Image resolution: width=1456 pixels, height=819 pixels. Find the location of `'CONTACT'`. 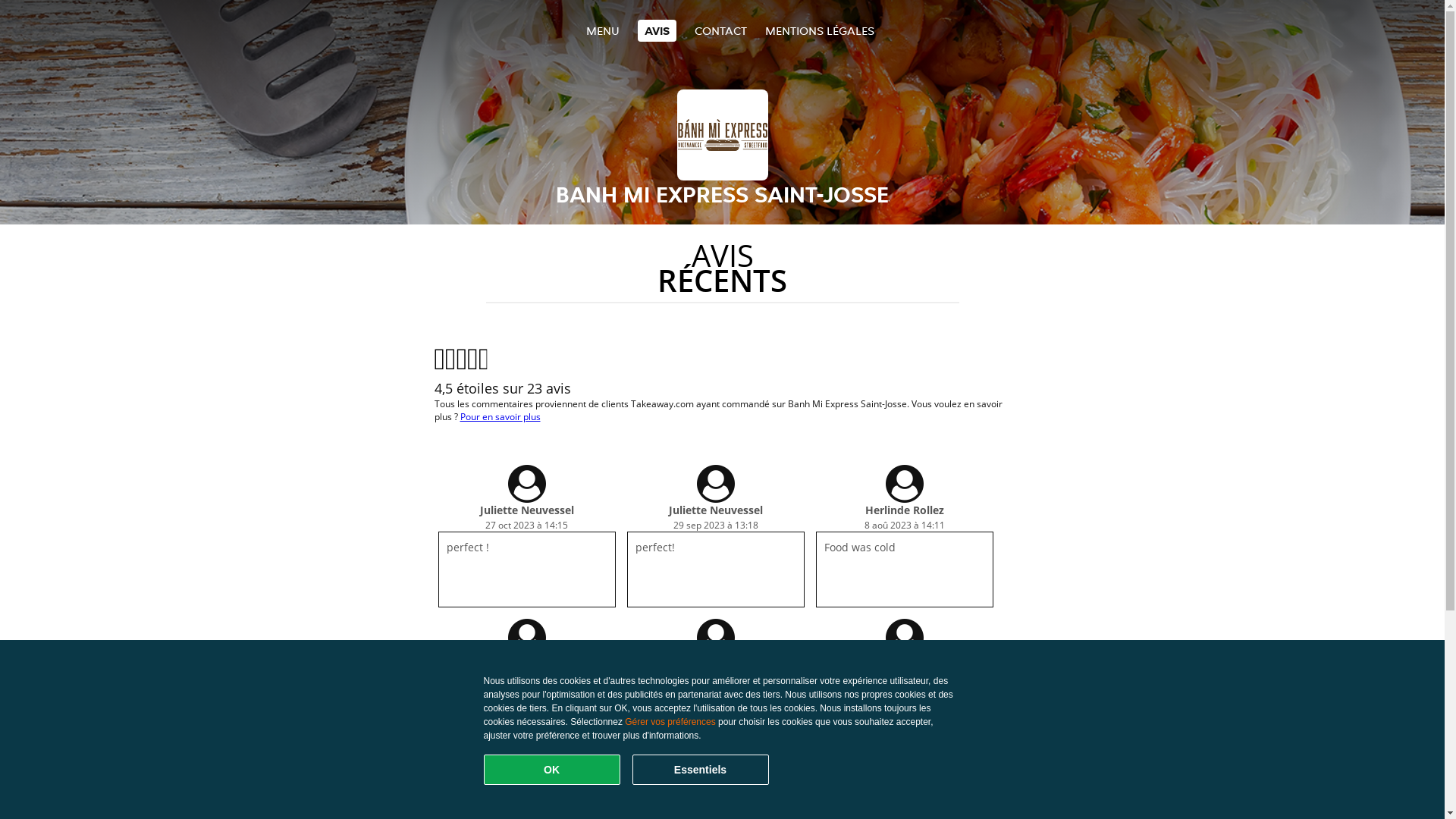

'CONTACT' is located at coordinates (694, 30).